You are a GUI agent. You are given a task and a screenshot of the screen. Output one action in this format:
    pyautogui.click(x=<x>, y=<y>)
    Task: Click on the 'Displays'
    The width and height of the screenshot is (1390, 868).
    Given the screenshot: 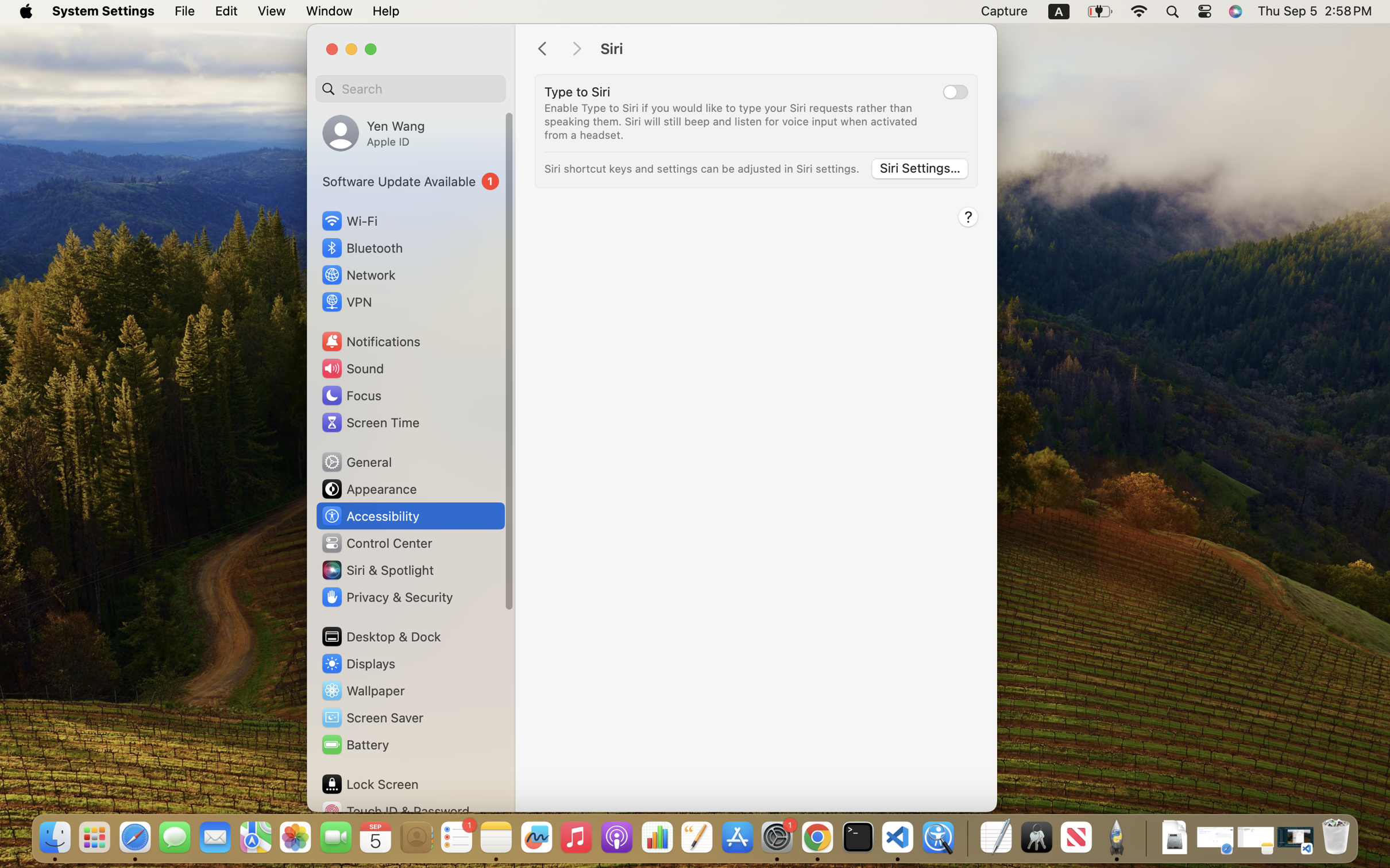 What is the action you would take?
    pyautogui.click(x=358, y=662)
    